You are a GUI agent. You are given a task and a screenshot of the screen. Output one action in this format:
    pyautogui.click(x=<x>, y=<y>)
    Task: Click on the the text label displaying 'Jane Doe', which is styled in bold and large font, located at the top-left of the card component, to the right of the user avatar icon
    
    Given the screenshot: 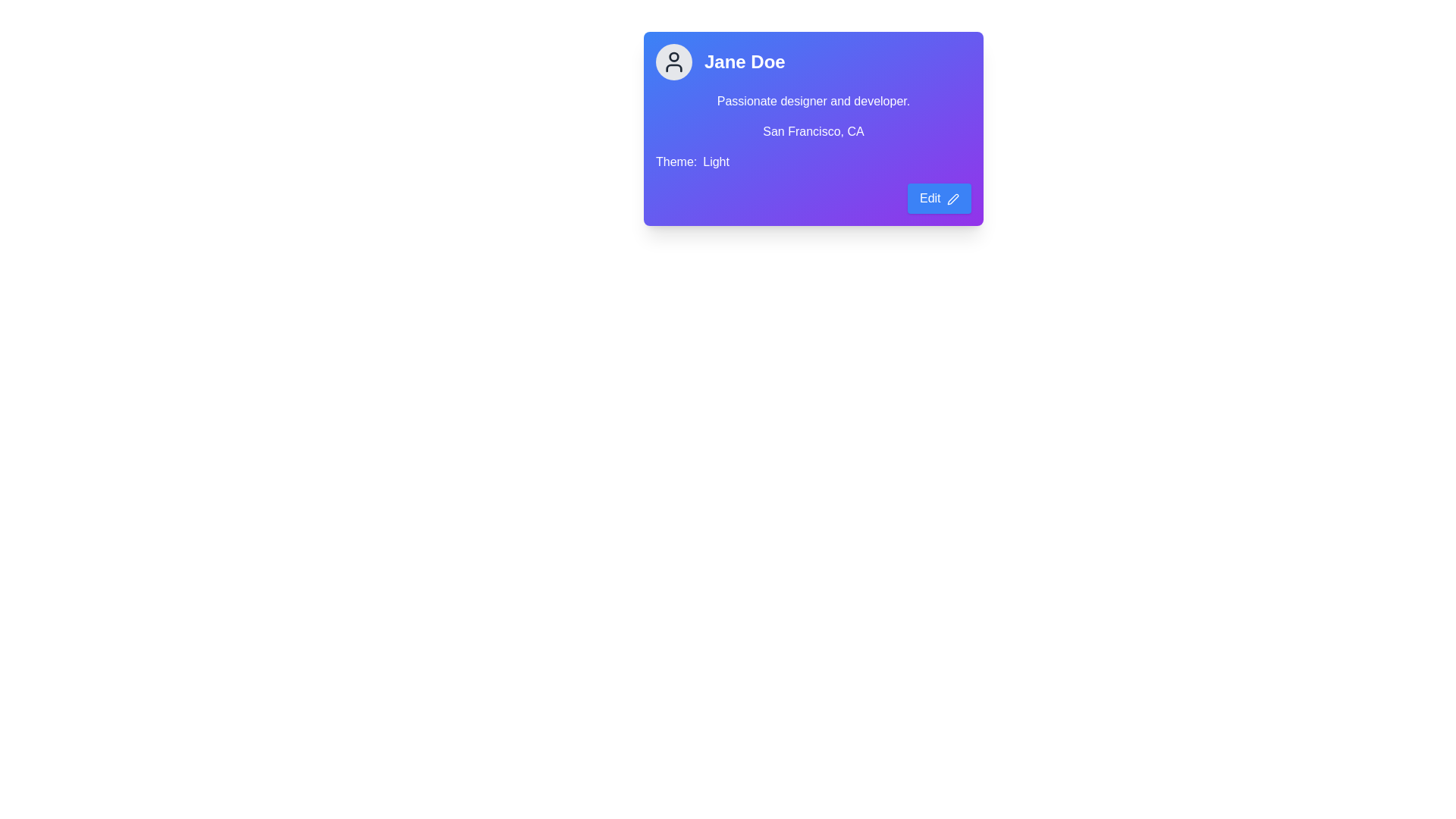 What is the action you would take?
    pyautogui.click(x=745, y=61)
    